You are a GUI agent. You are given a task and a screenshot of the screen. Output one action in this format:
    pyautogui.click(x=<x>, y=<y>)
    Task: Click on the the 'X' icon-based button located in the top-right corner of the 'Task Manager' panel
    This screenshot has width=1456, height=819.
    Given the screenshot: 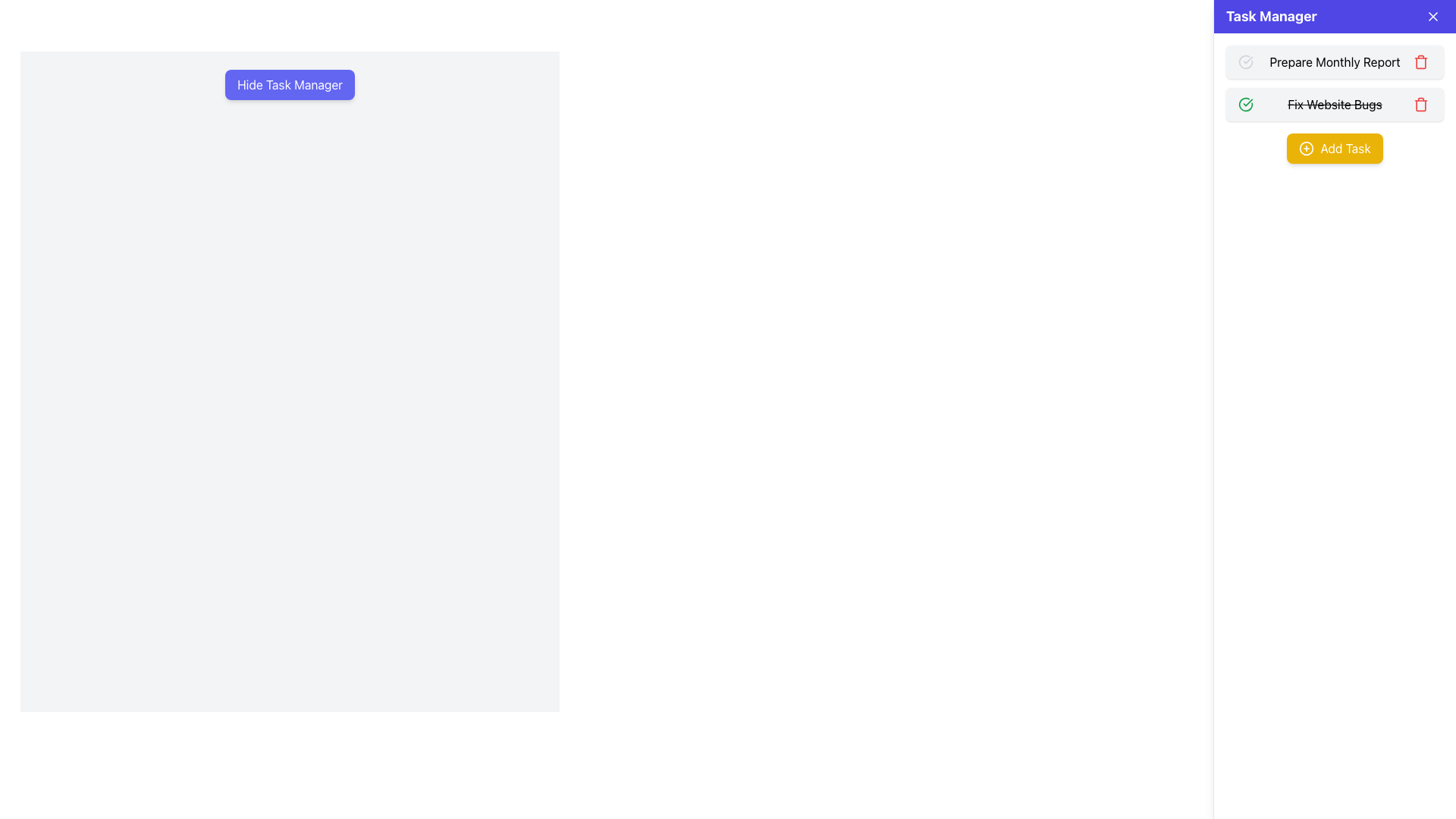 What is the action you would take?
    pyautogui.click(x=1432, y=17)
    